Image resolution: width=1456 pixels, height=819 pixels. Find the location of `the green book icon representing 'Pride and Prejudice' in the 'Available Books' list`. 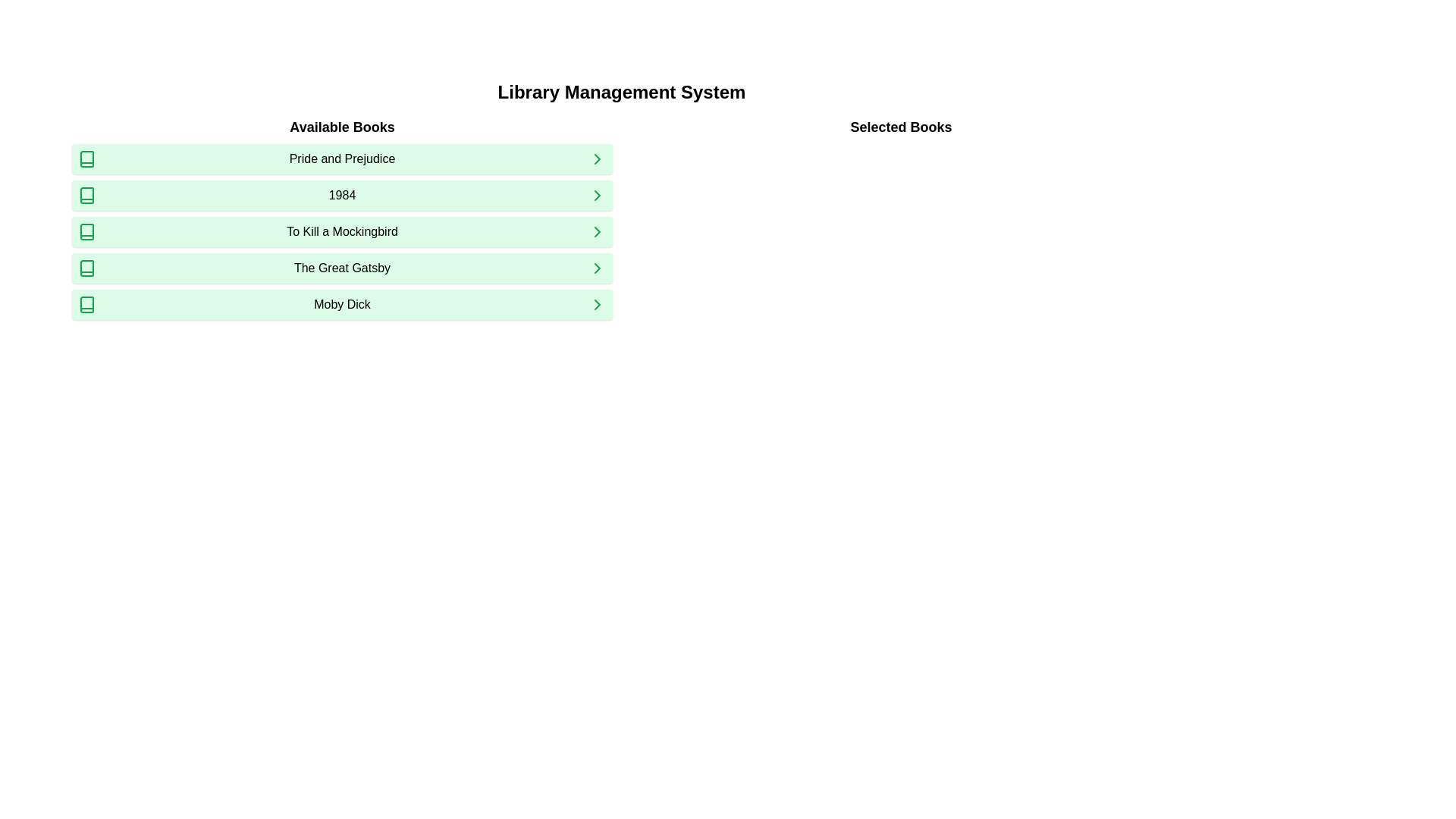

the green book icon representing 'Pride and Prejudice' in the 'Available Books' list is located at coordinates (86, 158).